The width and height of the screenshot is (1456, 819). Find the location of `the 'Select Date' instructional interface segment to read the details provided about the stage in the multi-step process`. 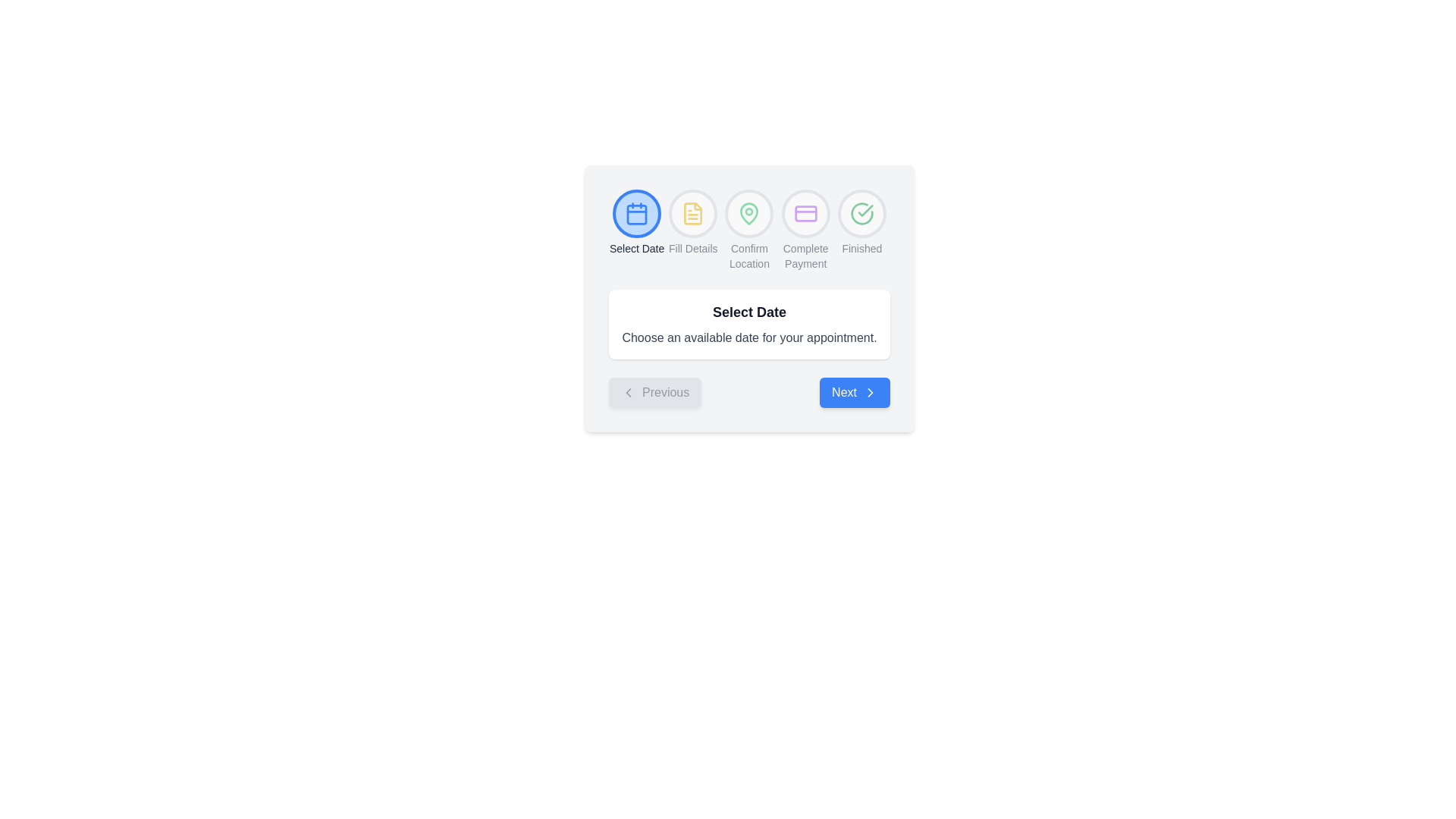

the 'Select Date' instructional interface segment to read the details provided about the stage in the multi-step process is located at coordinates (749, 298).